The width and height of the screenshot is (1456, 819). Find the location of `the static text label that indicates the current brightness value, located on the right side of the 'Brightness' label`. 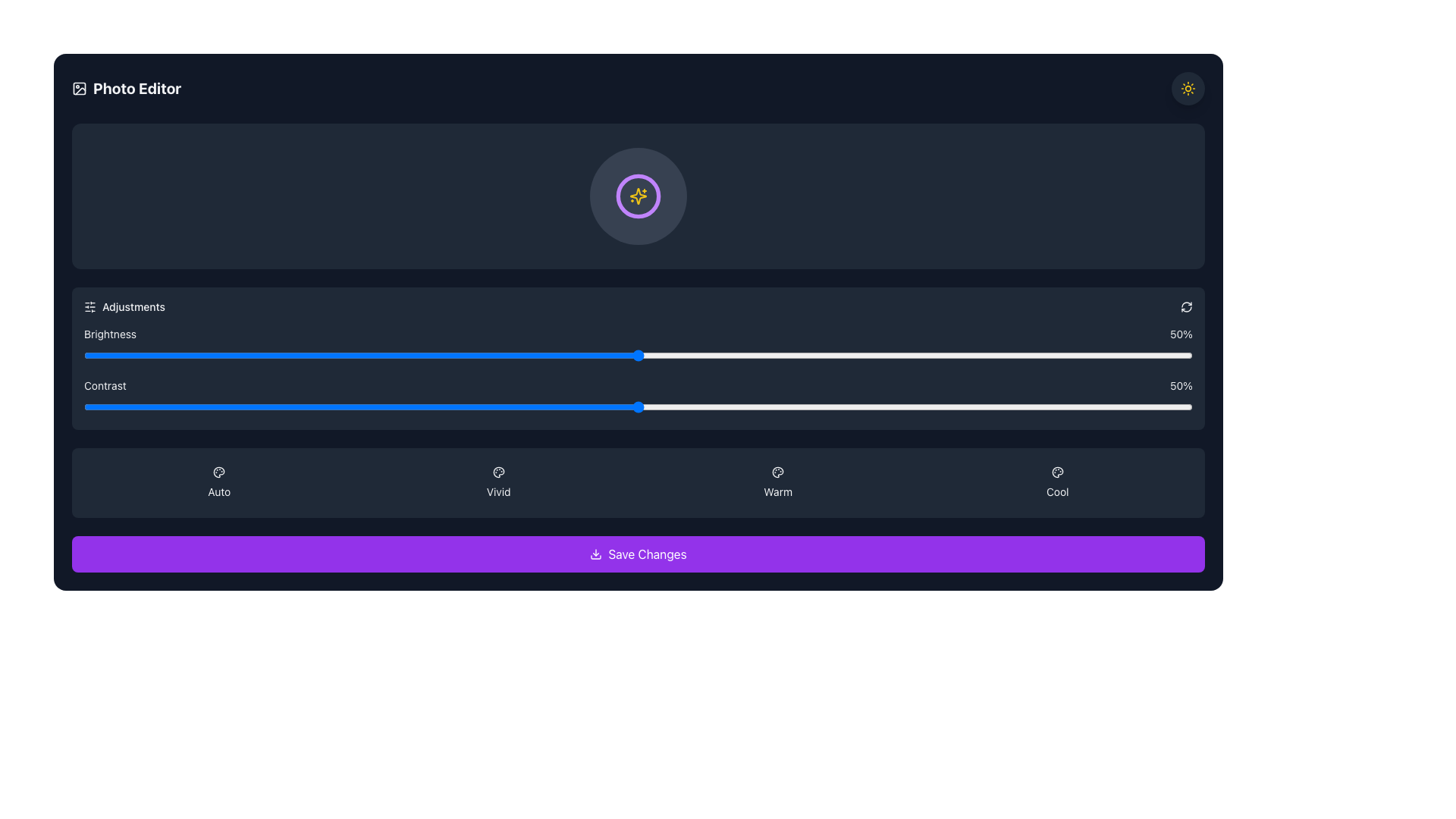

the static text label that indicates the current brightness value, located on the right side of the 'Brightness' label is located at coordinates (1181, 333).